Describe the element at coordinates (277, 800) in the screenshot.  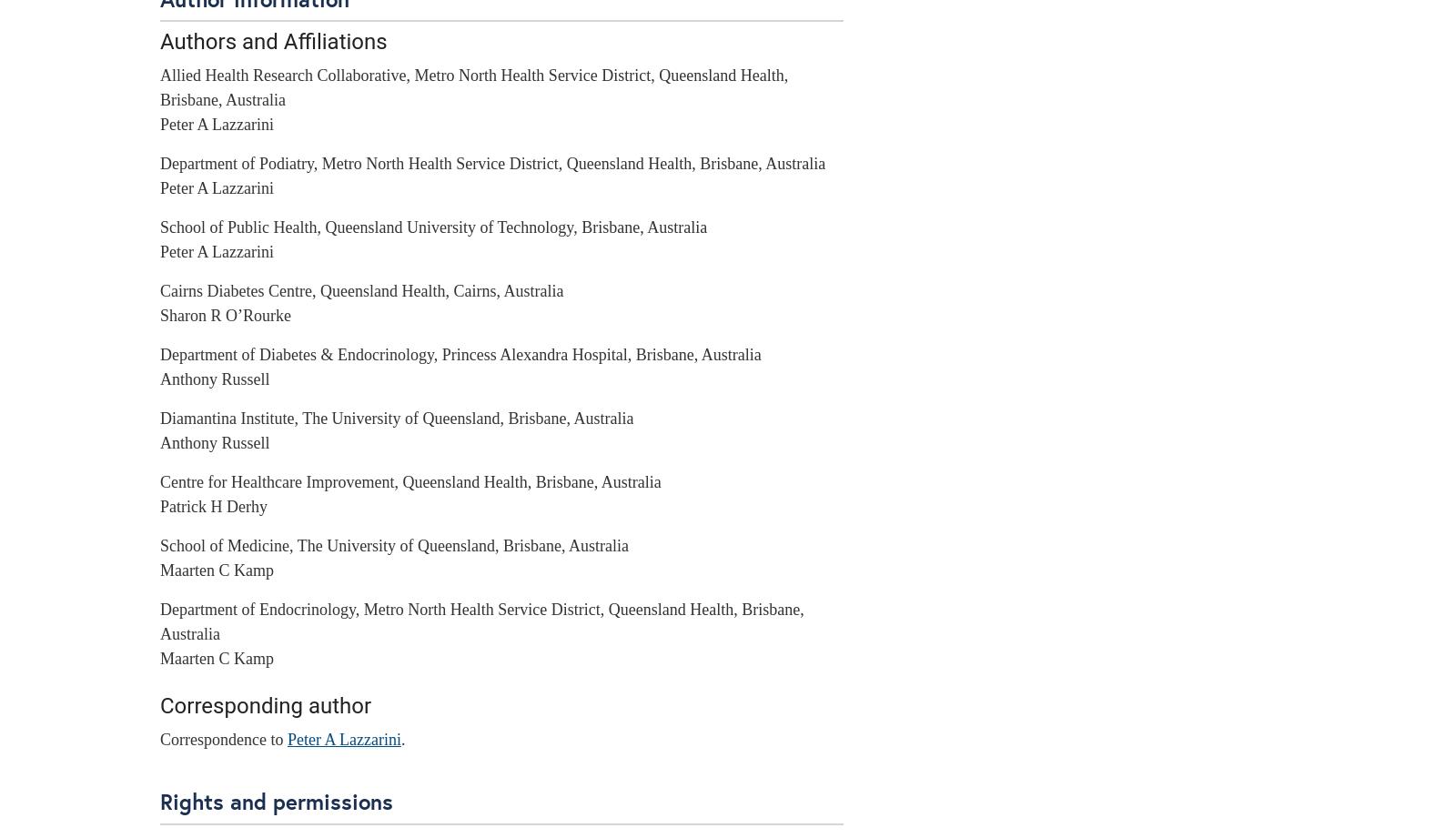
I see `'Rights and permissions'` at that location.